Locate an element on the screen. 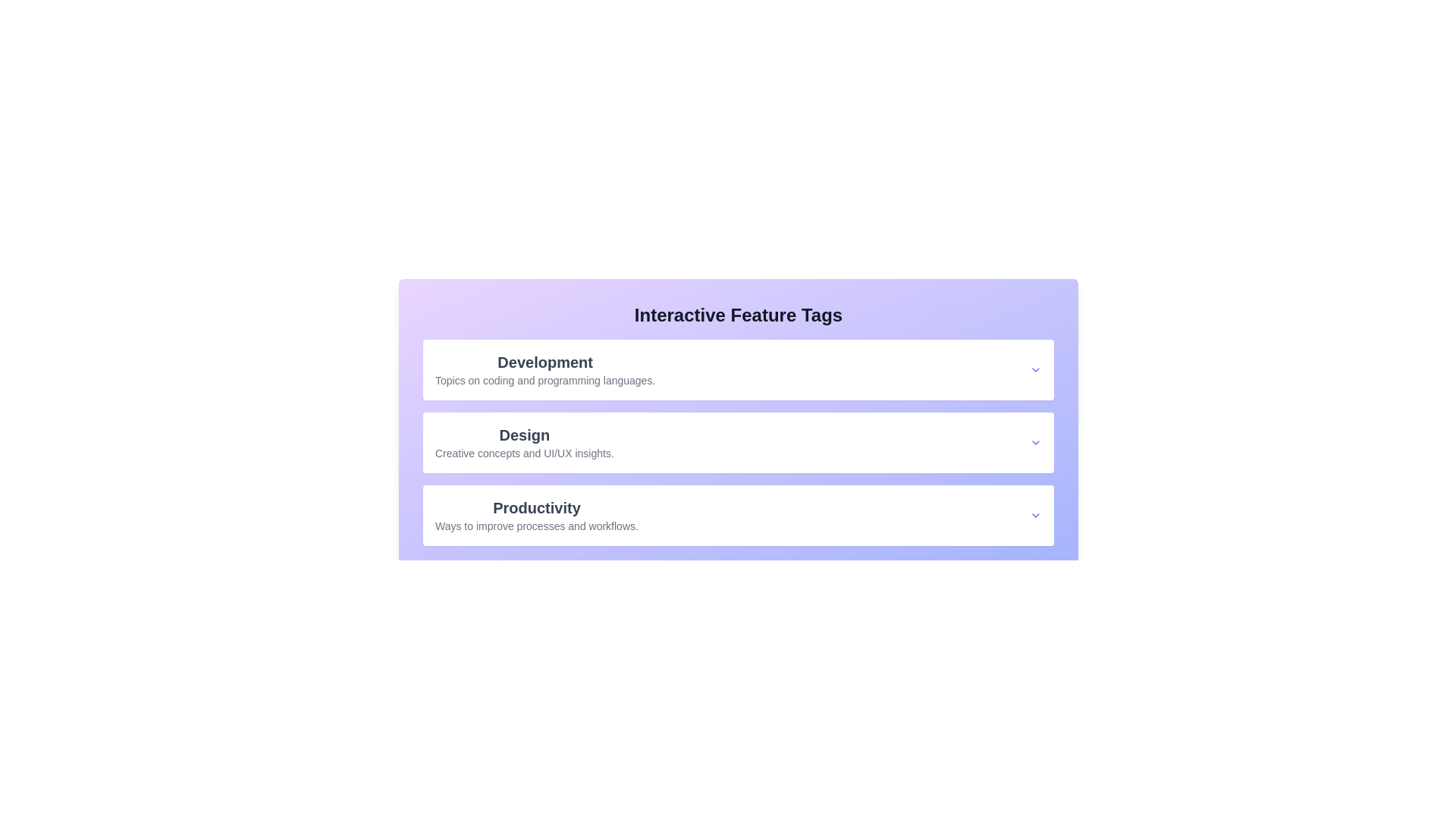  the bold heading 'Interactive Feature Tags' which is prominently displayed at the top of its section with a gradient background is located at coordinates (739, 315).